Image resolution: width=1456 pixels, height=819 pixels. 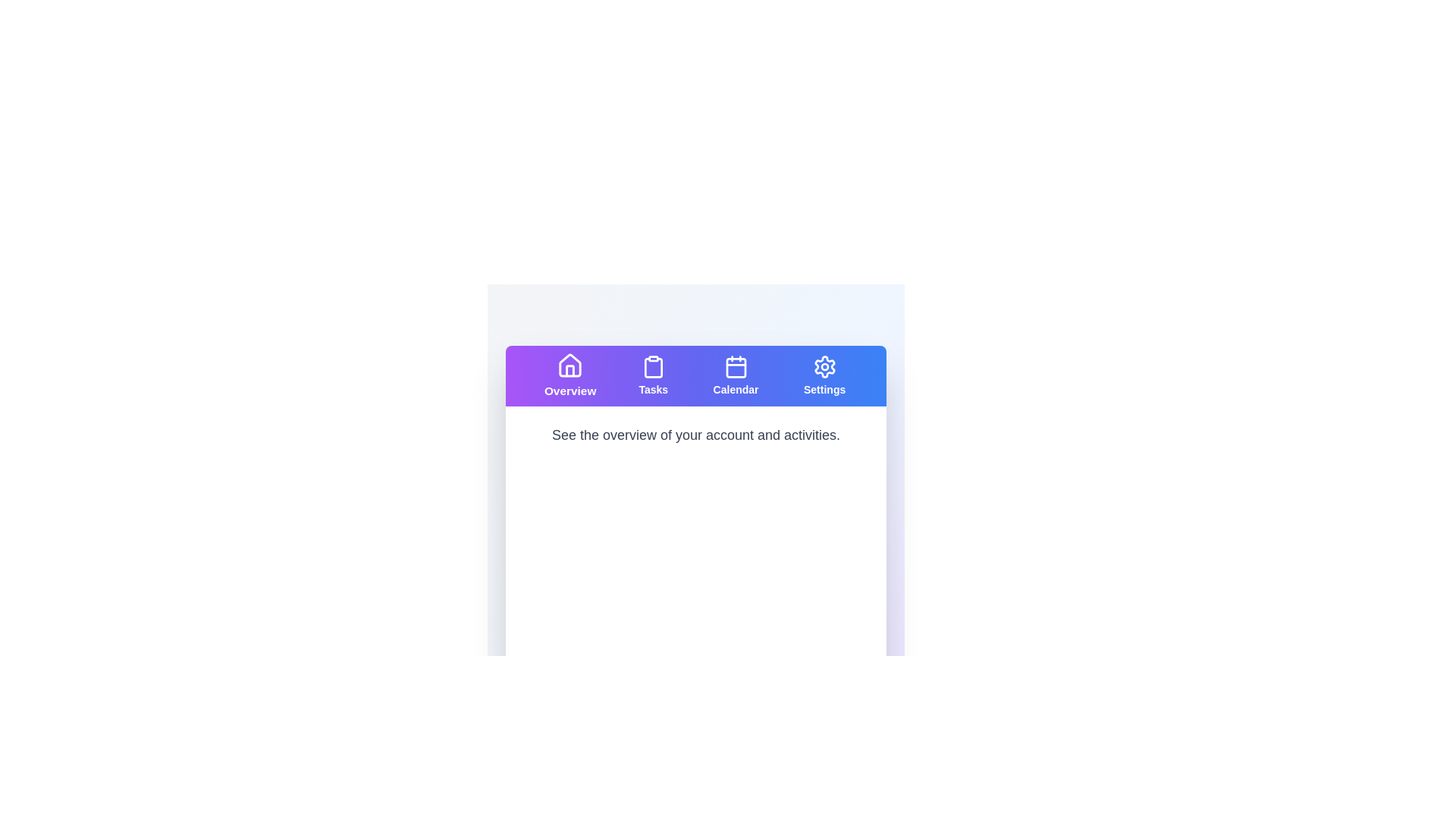 What do you see at coordinates (569, 366) in the screenshot?
I see `the 'Overview' icon located in the upper-left corner of the navigation bar` at bounding box center [569, 366].